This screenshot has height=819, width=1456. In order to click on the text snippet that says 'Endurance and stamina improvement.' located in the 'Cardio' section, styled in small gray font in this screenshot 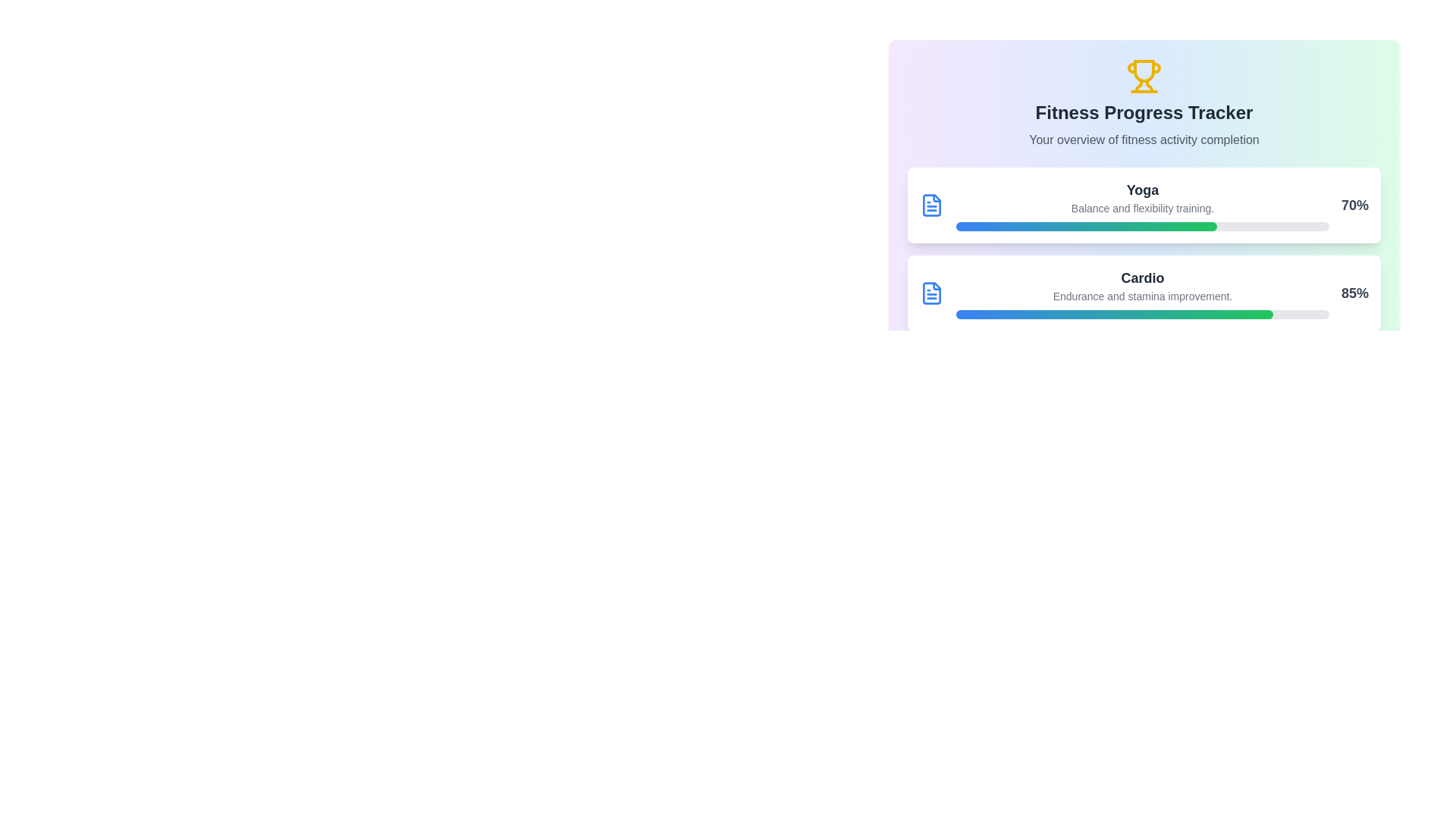, I will do `click(1143, 296)`.